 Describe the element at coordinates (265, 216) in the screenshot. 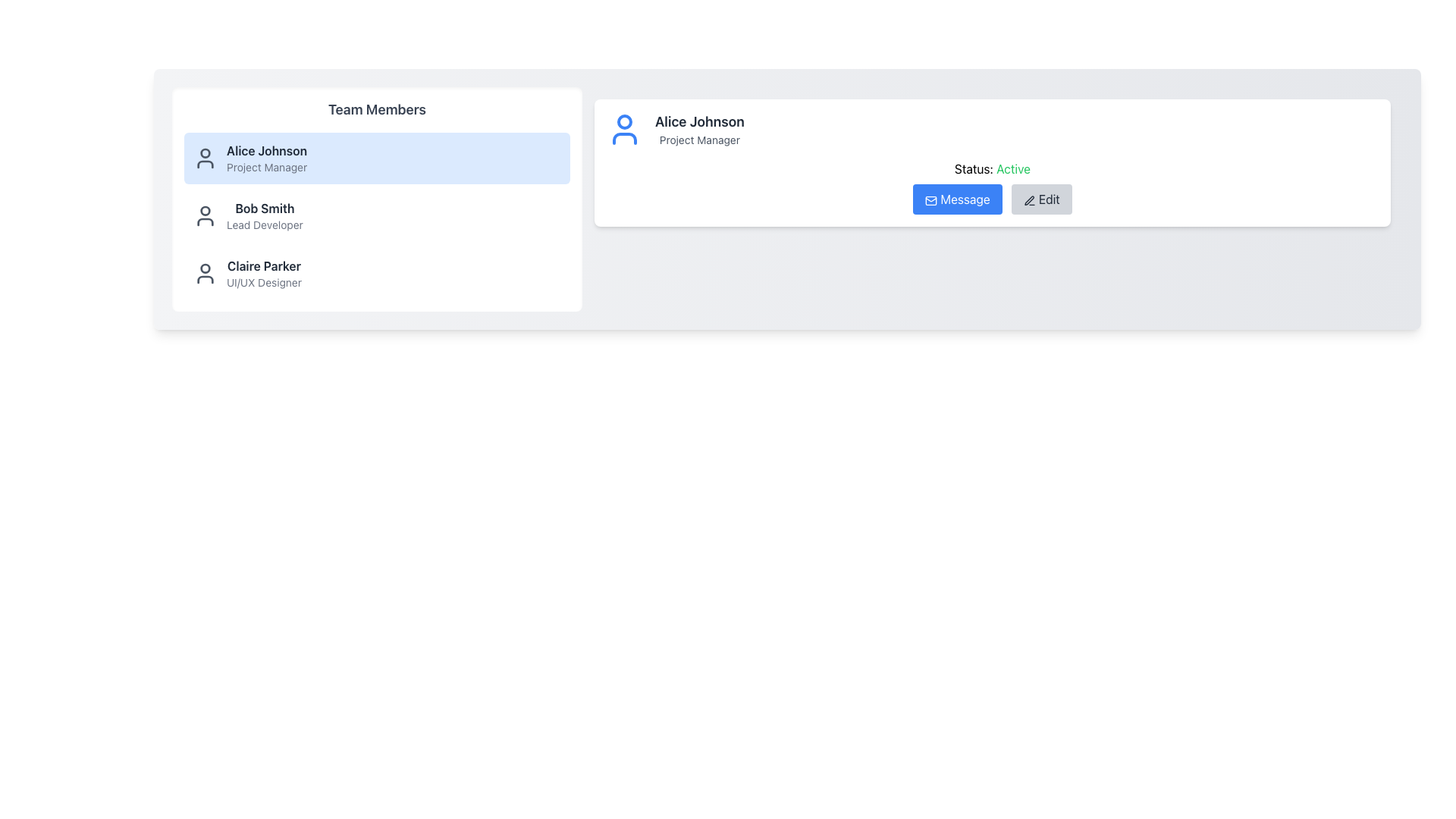

I see `the Label or Text Group that provides information about a team member, which is the second item in the 'Team Members' section, located below the user profile icon` at that location.